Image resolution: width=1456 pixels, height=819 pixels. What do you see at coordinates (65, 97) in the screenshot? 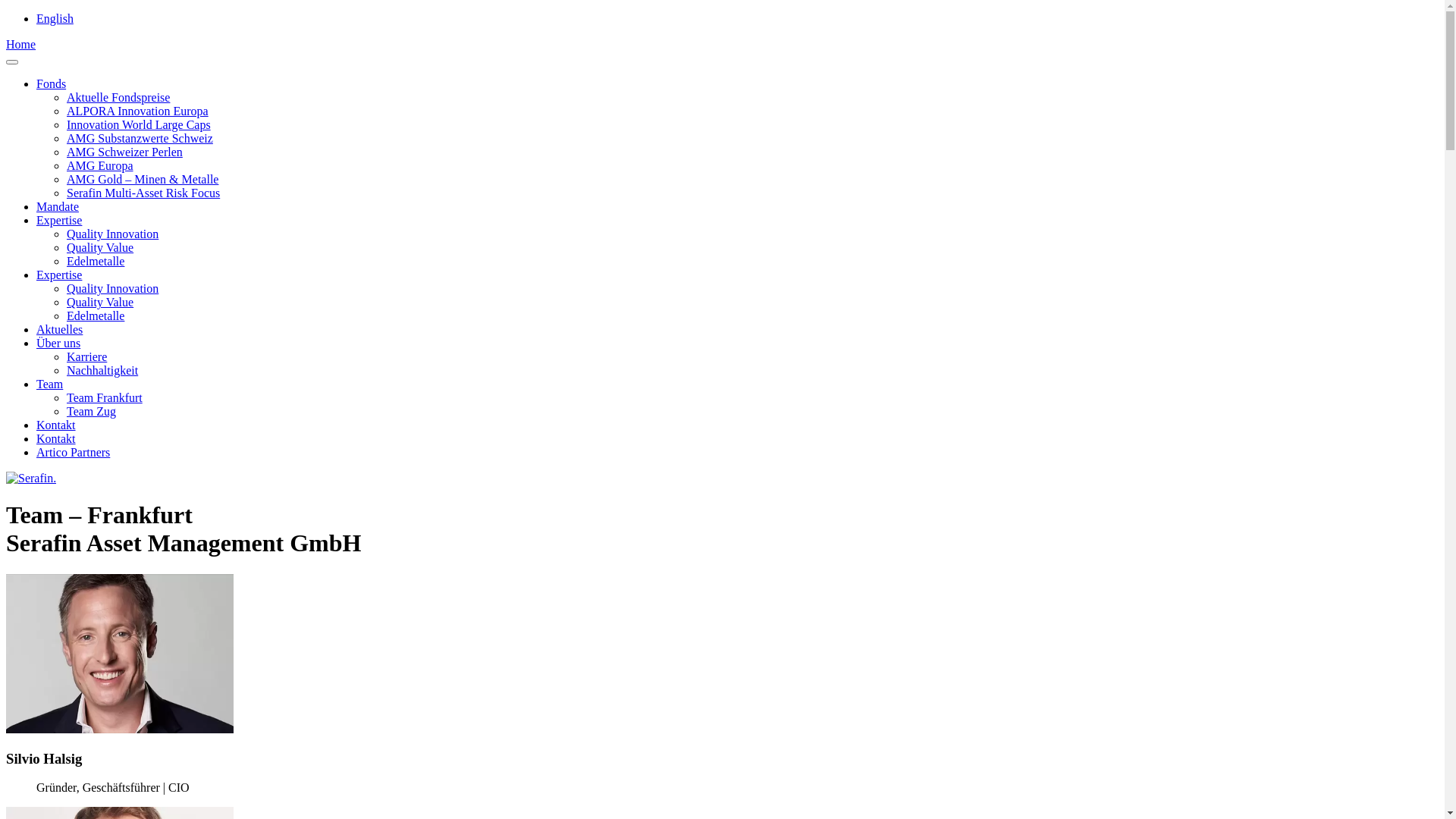
I see `'Aktuelle Fondspreise'` at bounding box center [65, 97].